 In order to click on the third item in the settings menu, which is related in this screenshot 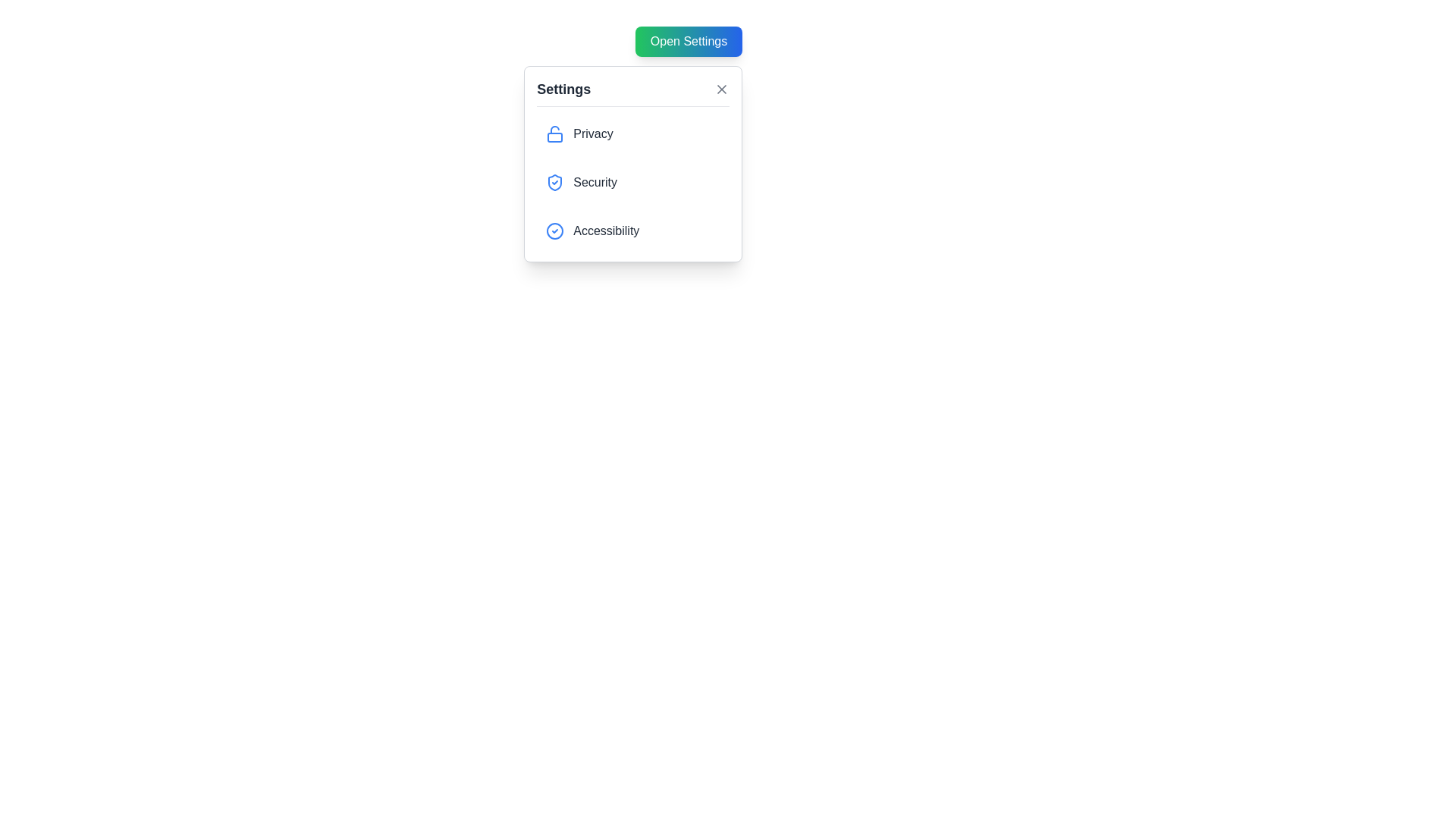, I will do `click(633, 231)`.